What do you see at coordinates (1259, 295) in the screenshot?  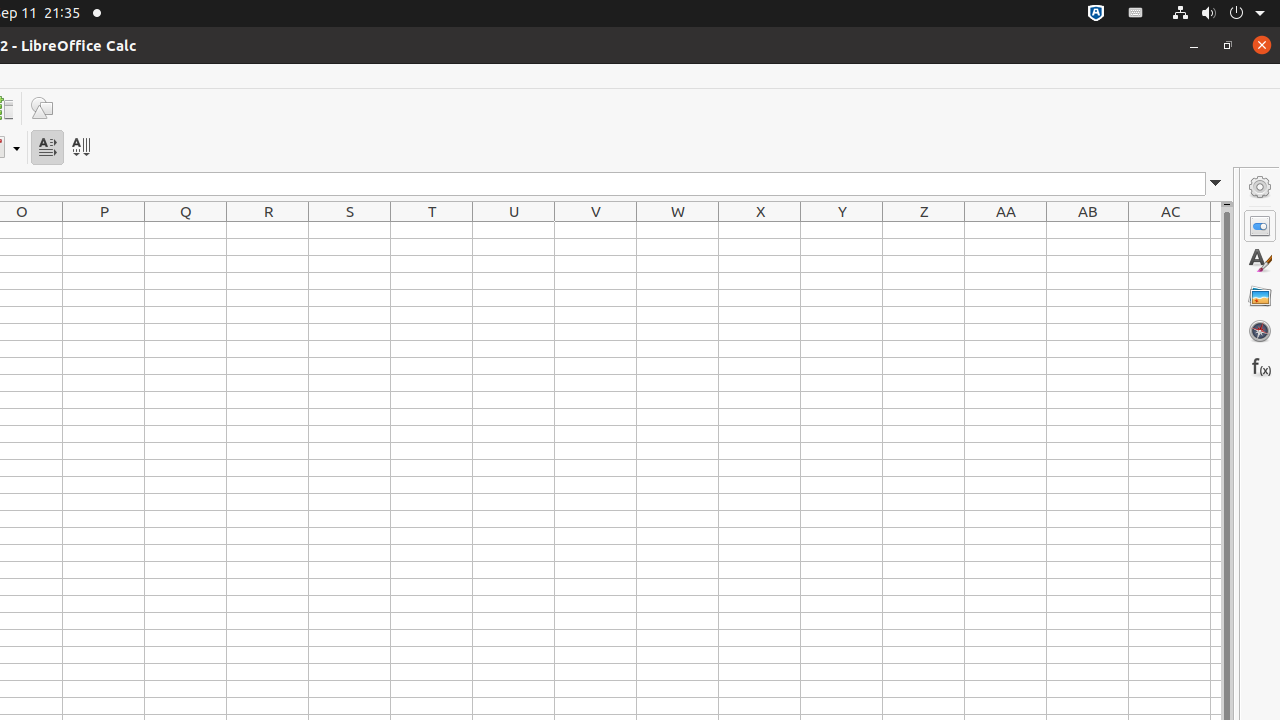 I see `'Gallery'` at bounding box center [1259, 295].